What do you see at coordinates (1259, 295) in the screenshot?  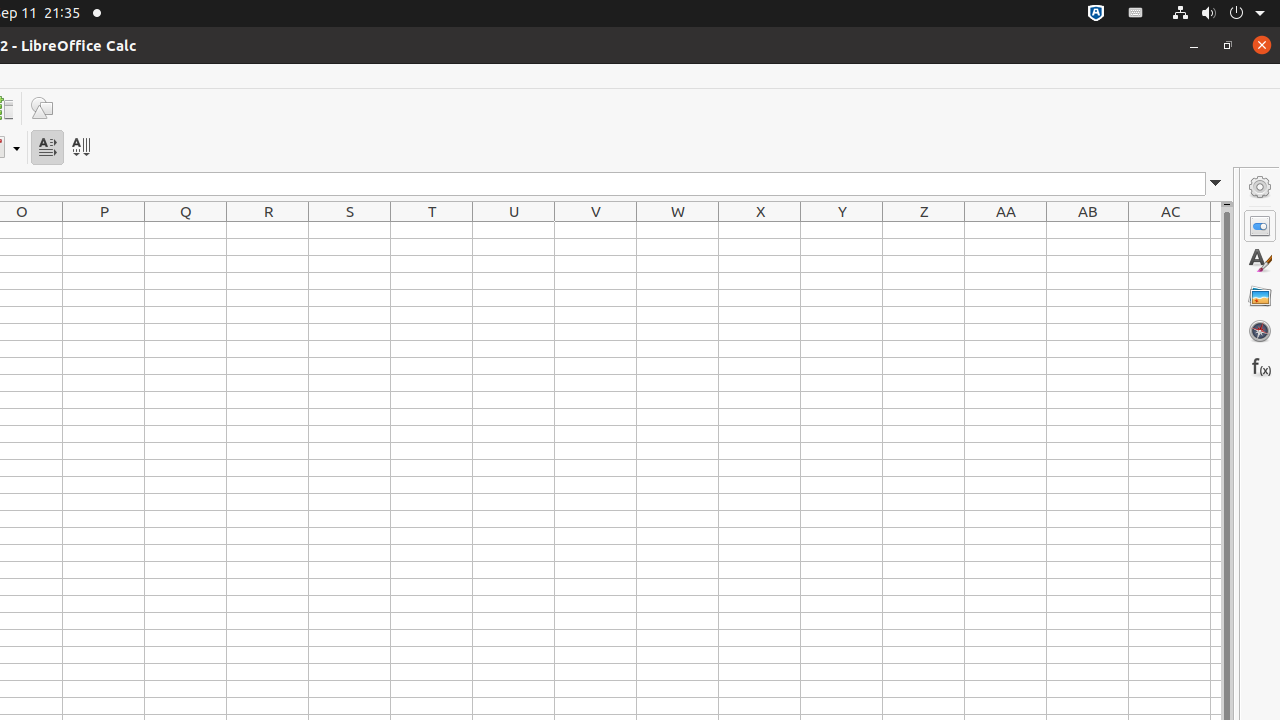 I see `'Gallery'` at bounding box center [1259, 295].